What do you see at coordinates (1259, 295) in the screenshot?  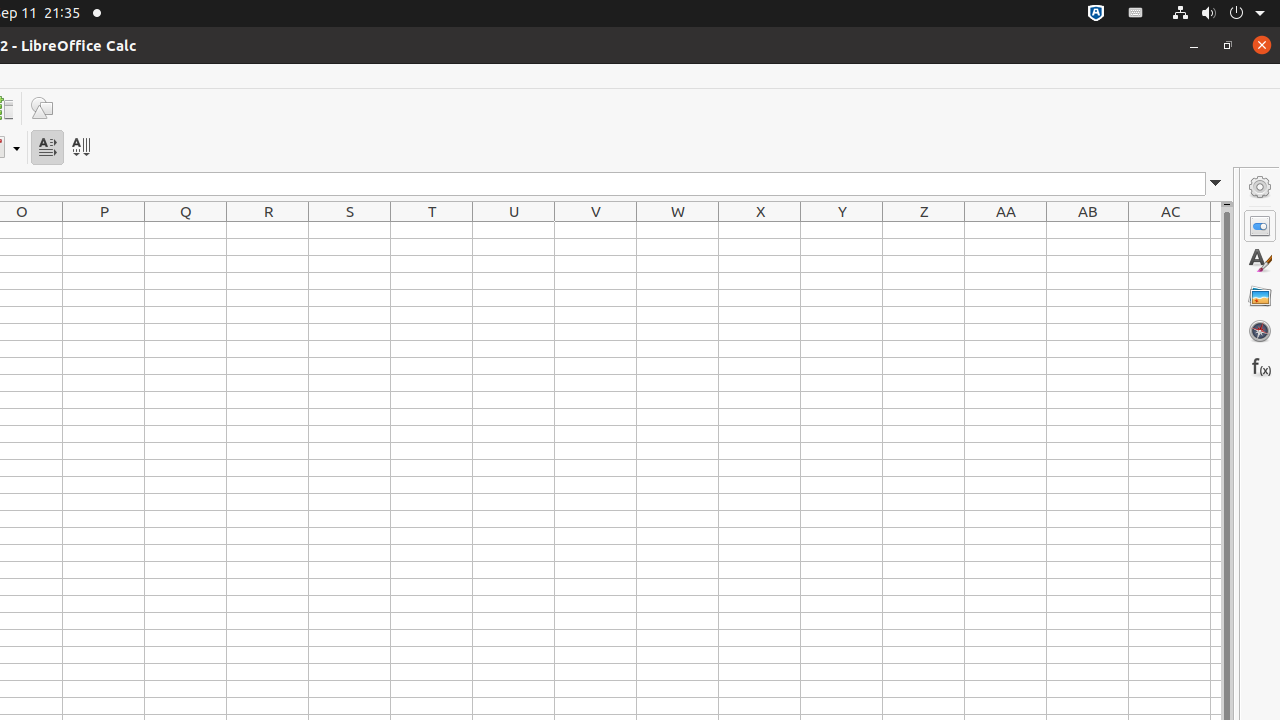 I see `'Gallery'` at bounding box center [1259, 295].